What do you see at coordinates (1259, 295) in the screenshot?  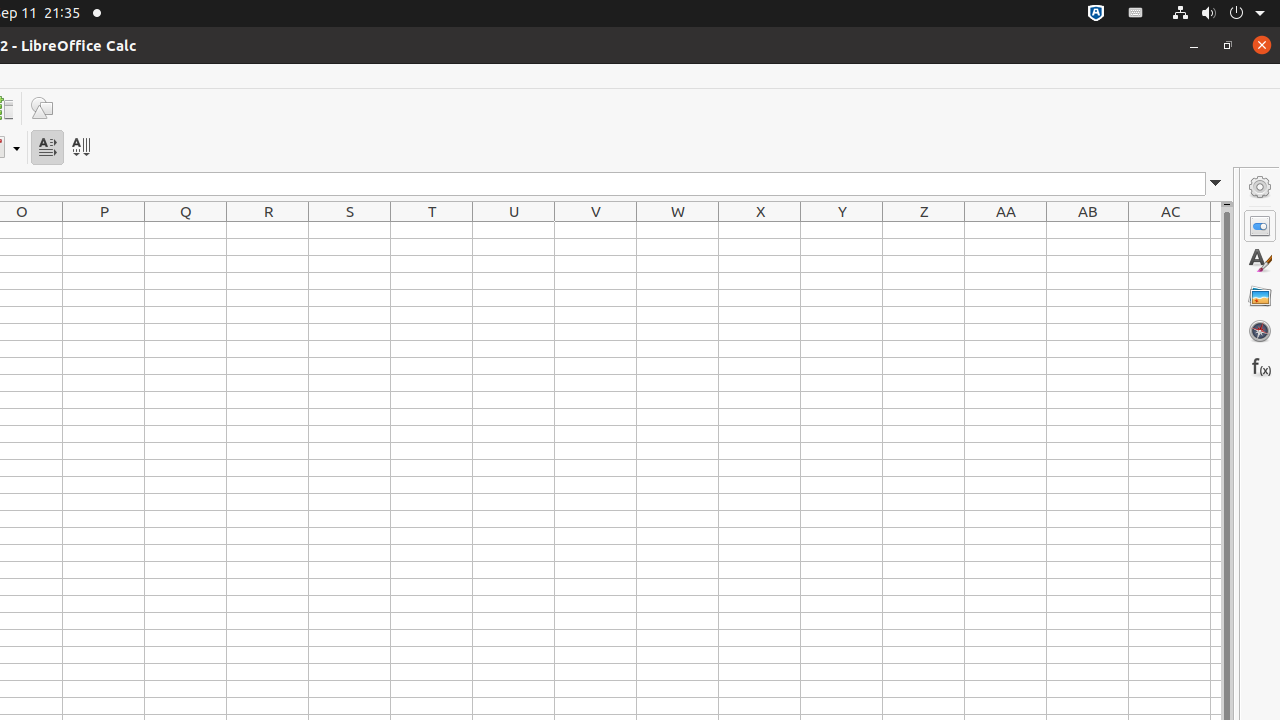 I see `'Gallery'` at bounding box center [1259, 295].